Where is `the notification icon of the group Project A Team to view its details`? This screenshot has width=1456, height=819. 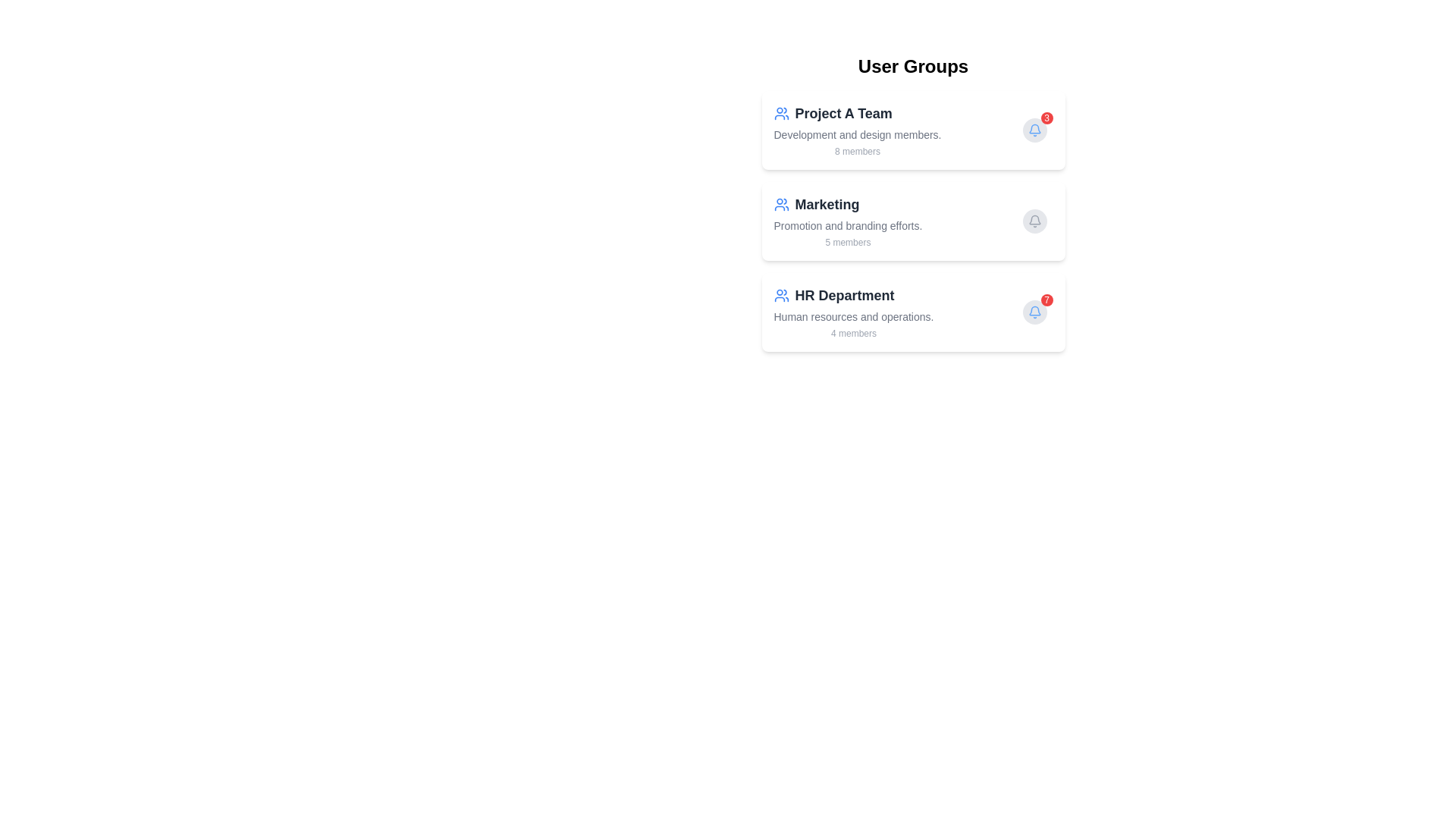 the notification icon of the group Project A Team to view its details is located at coordinates (1034, 130).